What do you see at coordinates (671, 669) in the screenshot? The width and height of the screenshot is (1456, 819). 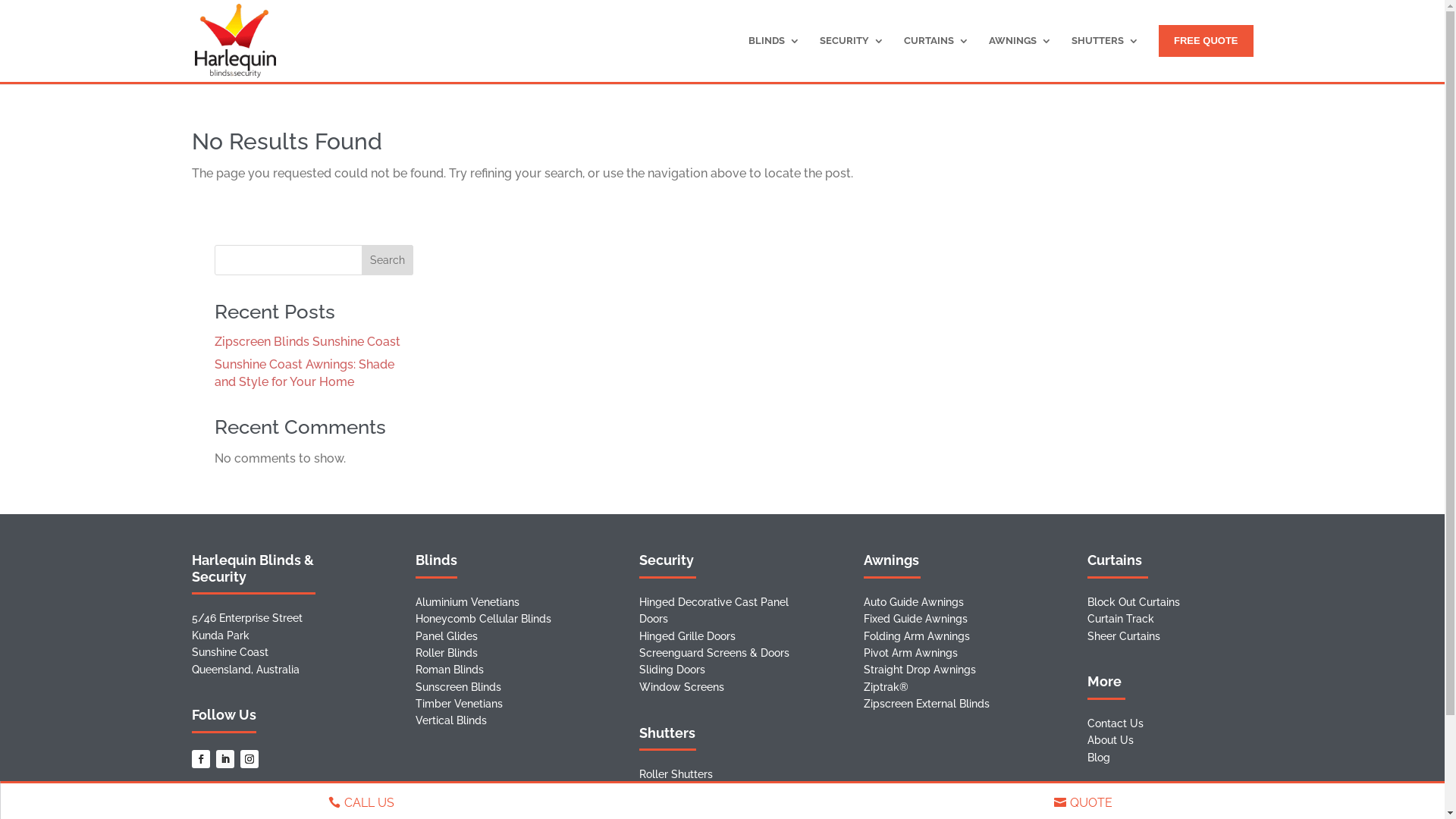 I see `'Sliding Doors'` at bounding box center [671, 669].